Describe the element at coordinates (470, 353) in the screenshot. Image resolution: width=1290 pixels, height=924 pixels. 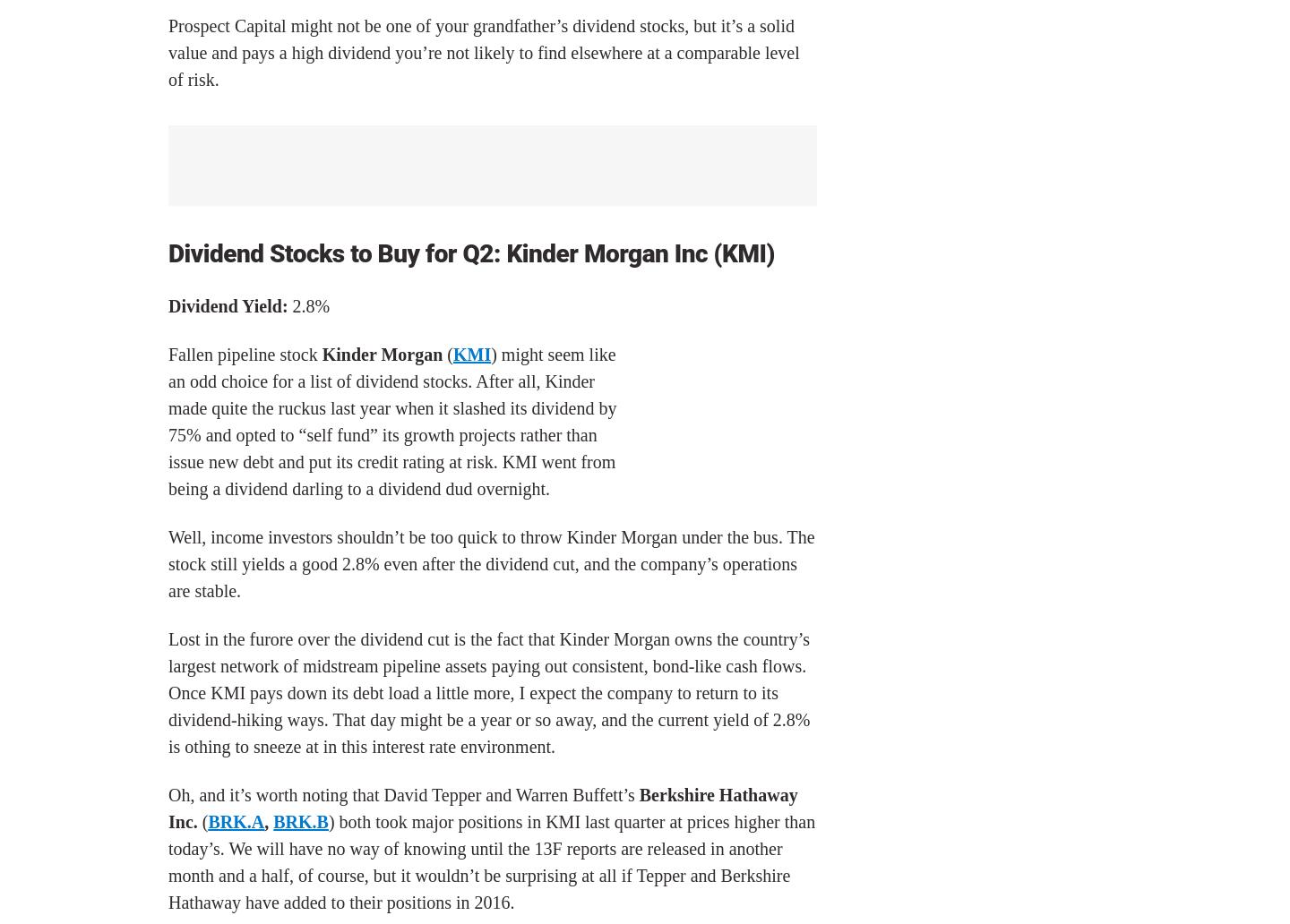
I see `'KMI'` at that location.